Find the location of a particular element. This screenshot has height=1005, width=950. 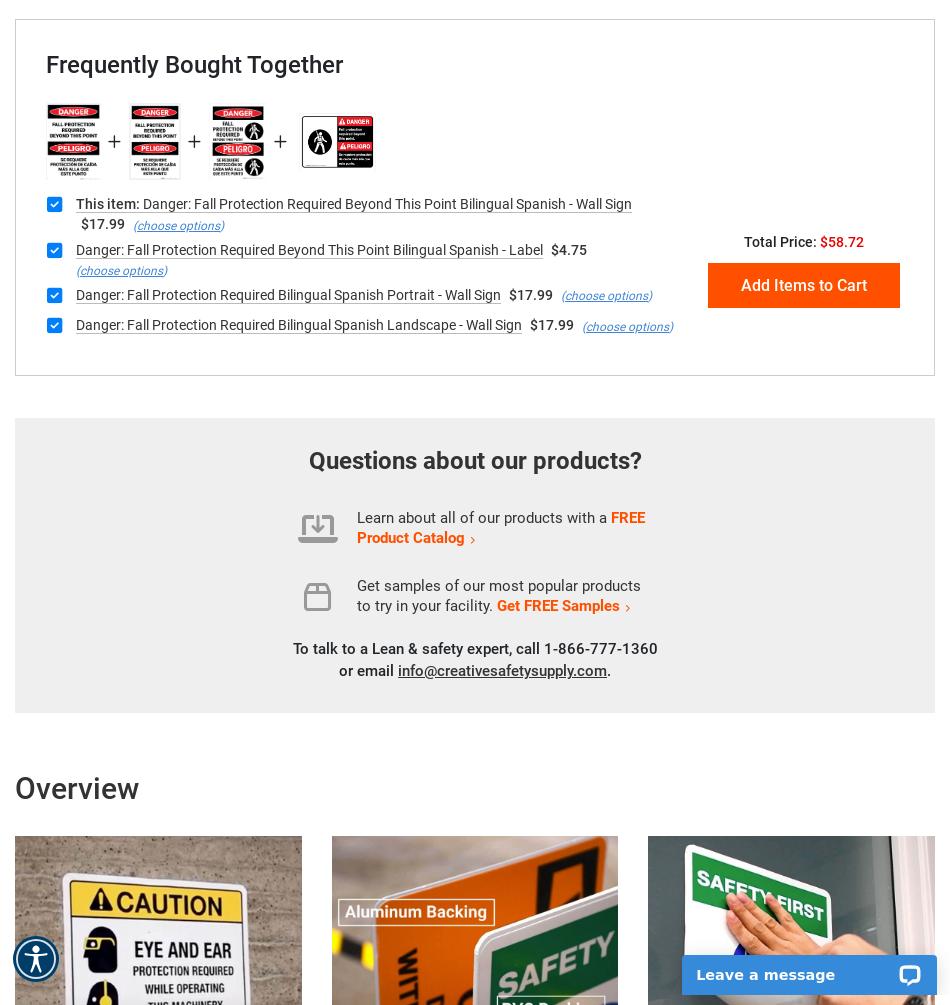

'Frequently Bought Together' is located at coordinates (194, 65).